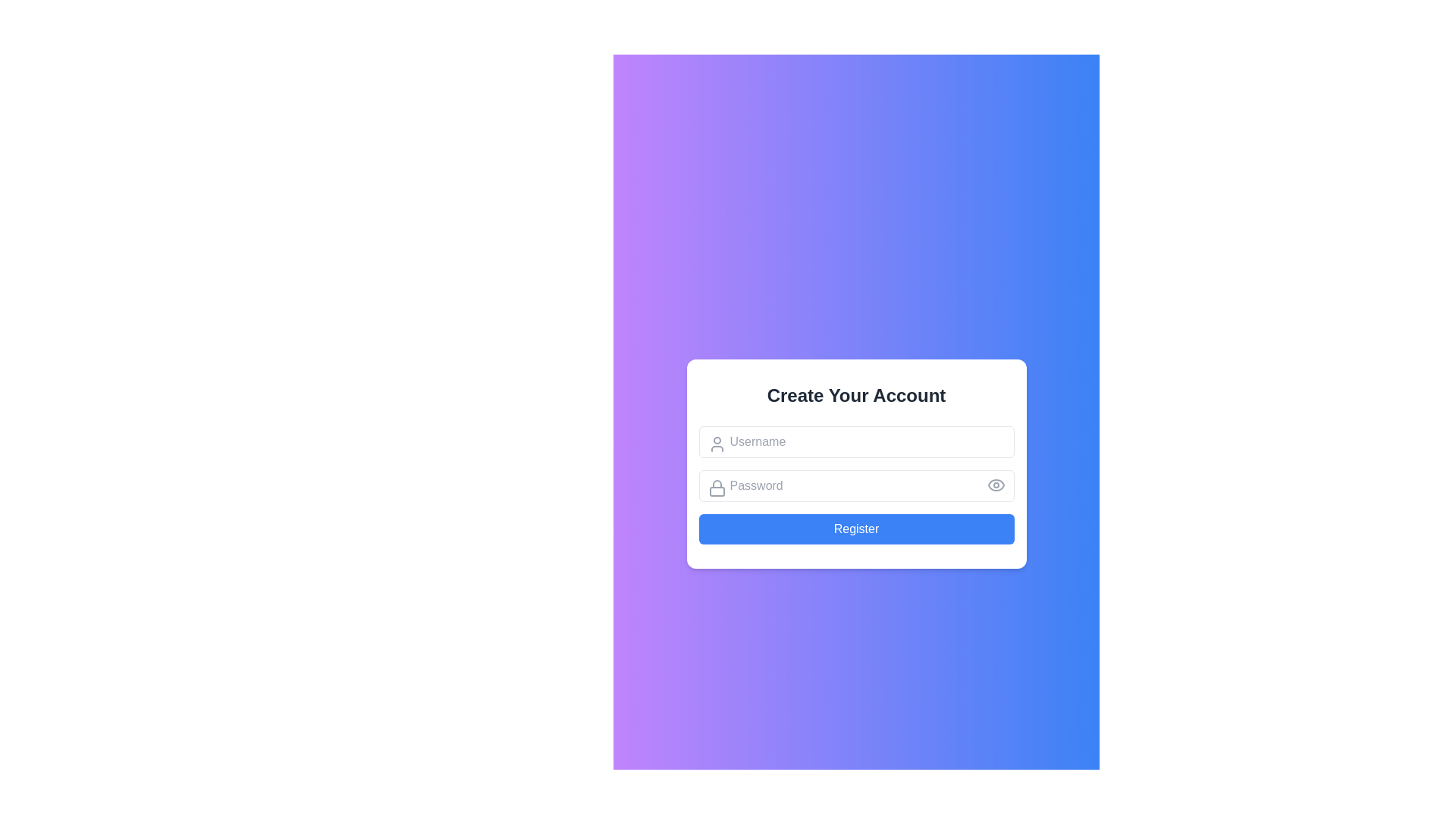 The width and height of the screenshot is (1456, 819). What do you see at coordinates (716, 484) in the screenshot?
I see `the top curve of the SVG lock icon, which visually completes the lock icon used for security representation` at bounding box center [716, 484].